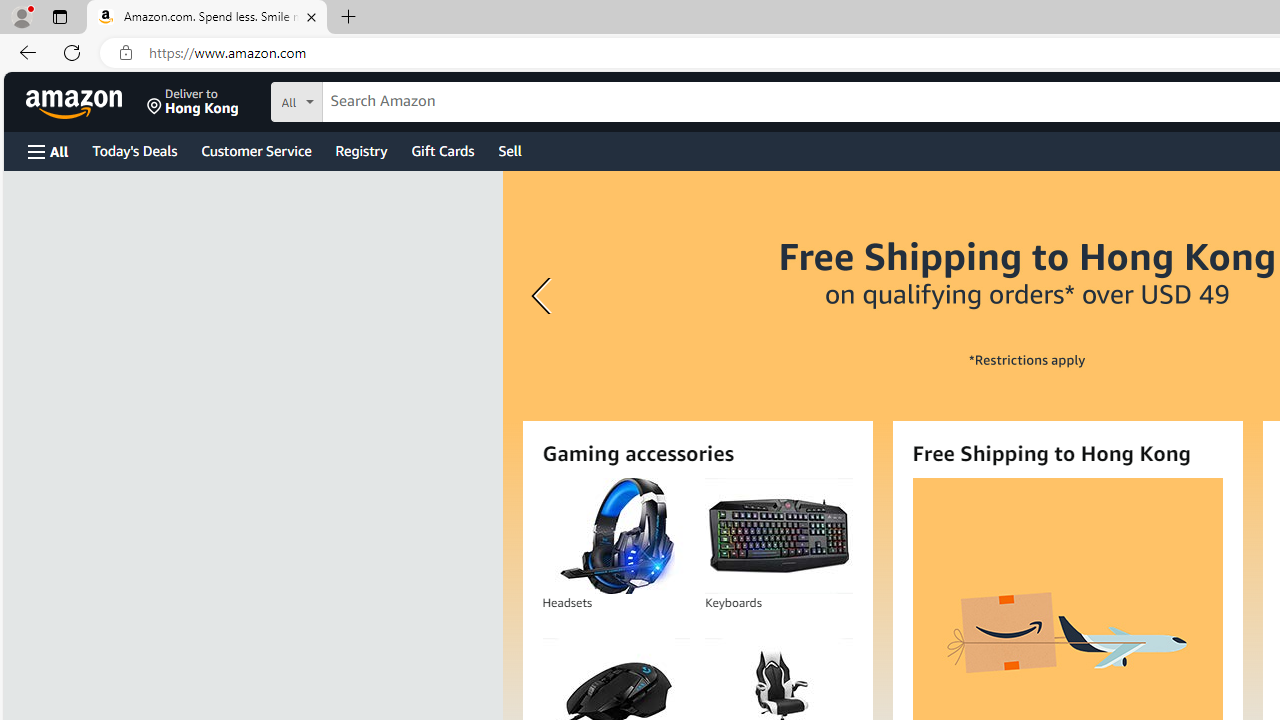 This screenshot has width=1280, height=720. Describe the element at coordinates (133, 149) in the screenshot. I see `'Today'` at that location.